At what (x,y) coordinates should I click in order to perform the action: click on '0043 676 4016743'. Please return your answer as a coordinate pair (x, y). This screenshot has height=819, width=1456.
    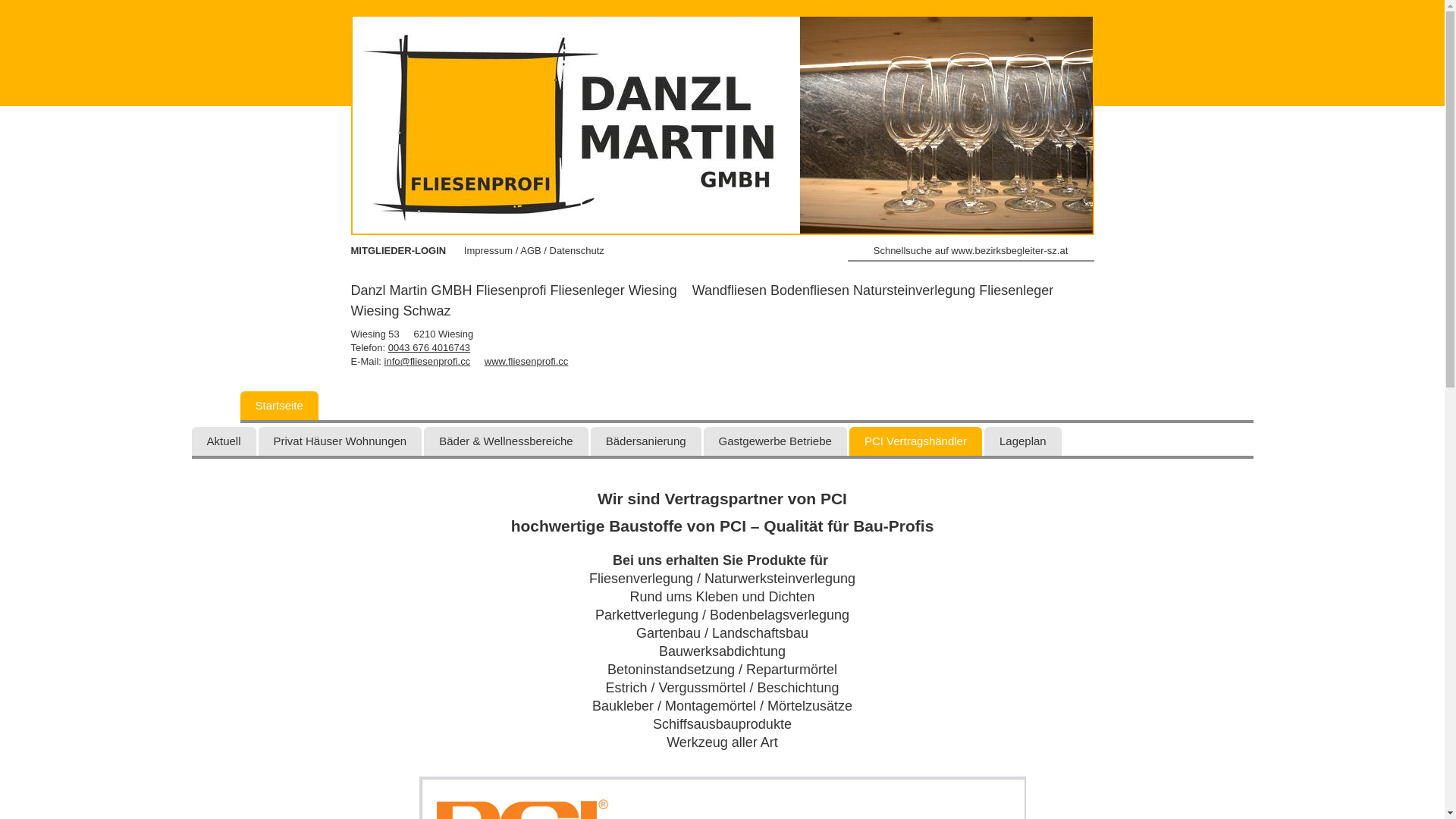
    Looking at the image, I should click on (428, 347).